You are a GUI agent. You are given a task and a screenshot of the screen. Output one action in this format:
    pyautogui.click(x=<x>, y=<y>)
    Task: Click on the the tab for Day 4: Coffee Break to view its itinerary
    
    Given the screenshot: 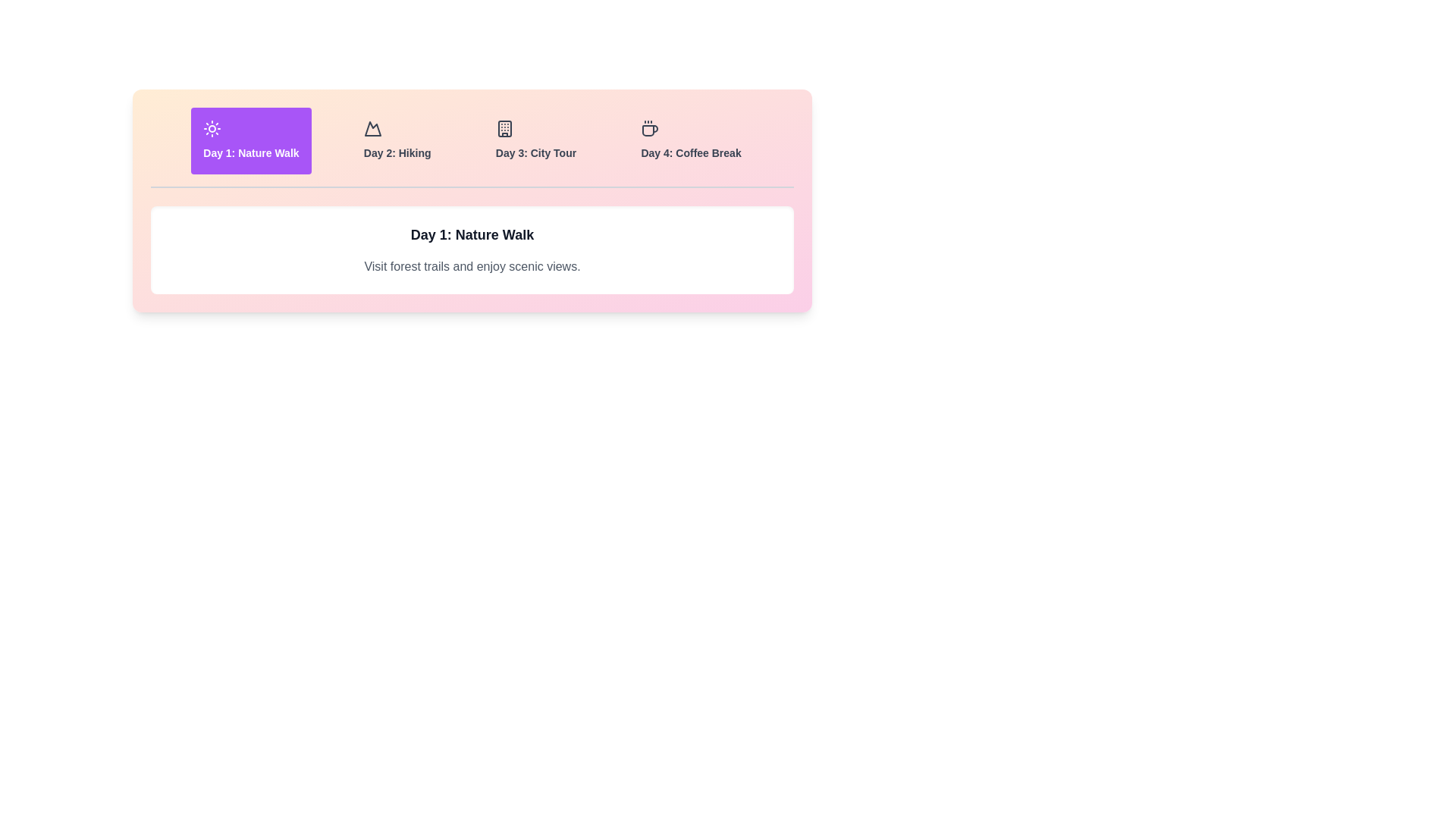 What is the action you would take?
    pyautogui.click(x=690, y=140)
    